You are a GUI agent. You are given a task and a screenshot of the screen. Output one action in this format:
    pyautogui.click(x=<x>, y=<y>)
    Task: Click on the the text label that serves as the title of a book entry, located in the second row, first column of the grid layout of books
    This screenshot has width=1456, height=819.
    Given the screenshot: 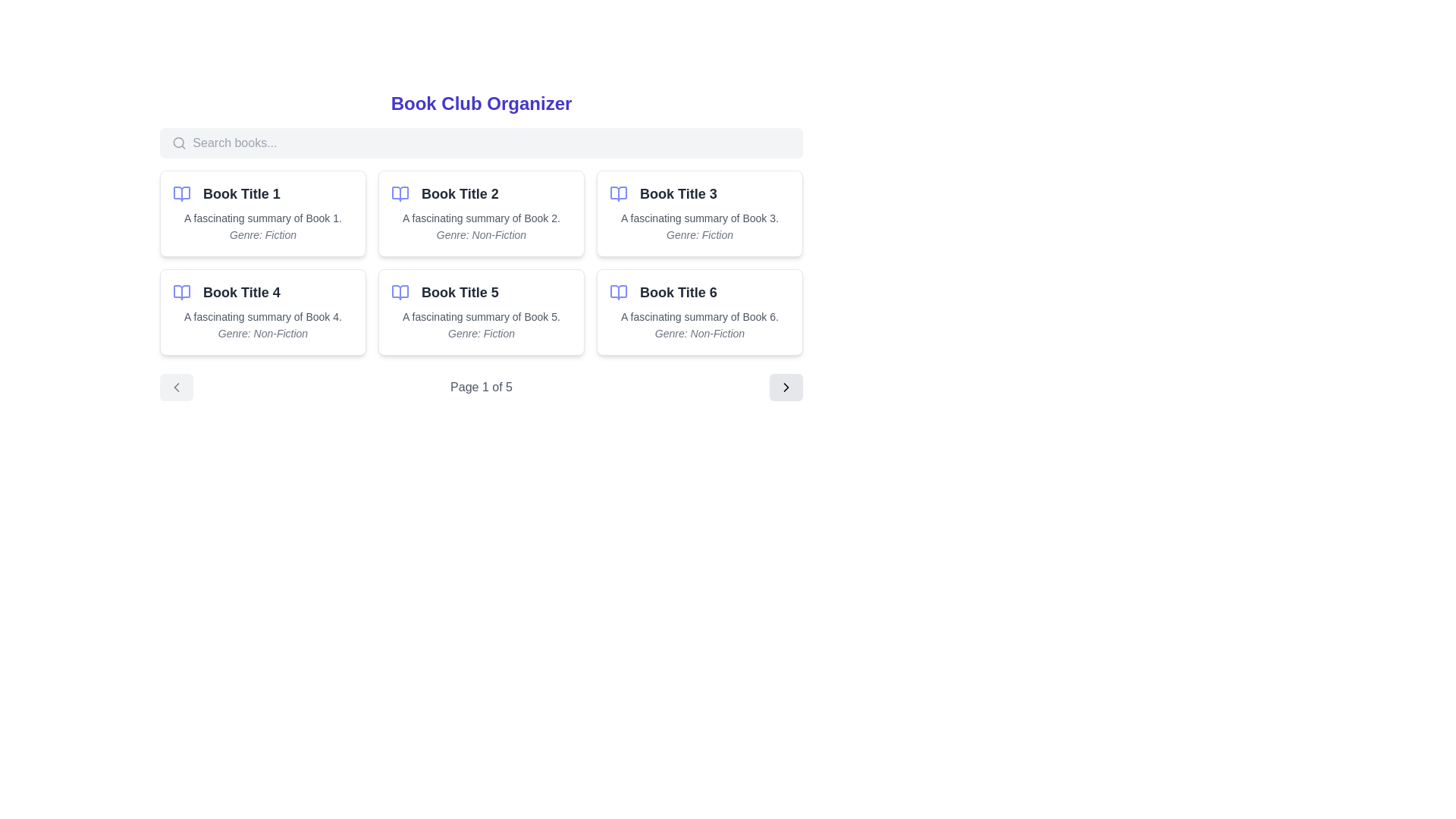 What is the action you would take?
    pyautogui.click(x=240, y=292)
    